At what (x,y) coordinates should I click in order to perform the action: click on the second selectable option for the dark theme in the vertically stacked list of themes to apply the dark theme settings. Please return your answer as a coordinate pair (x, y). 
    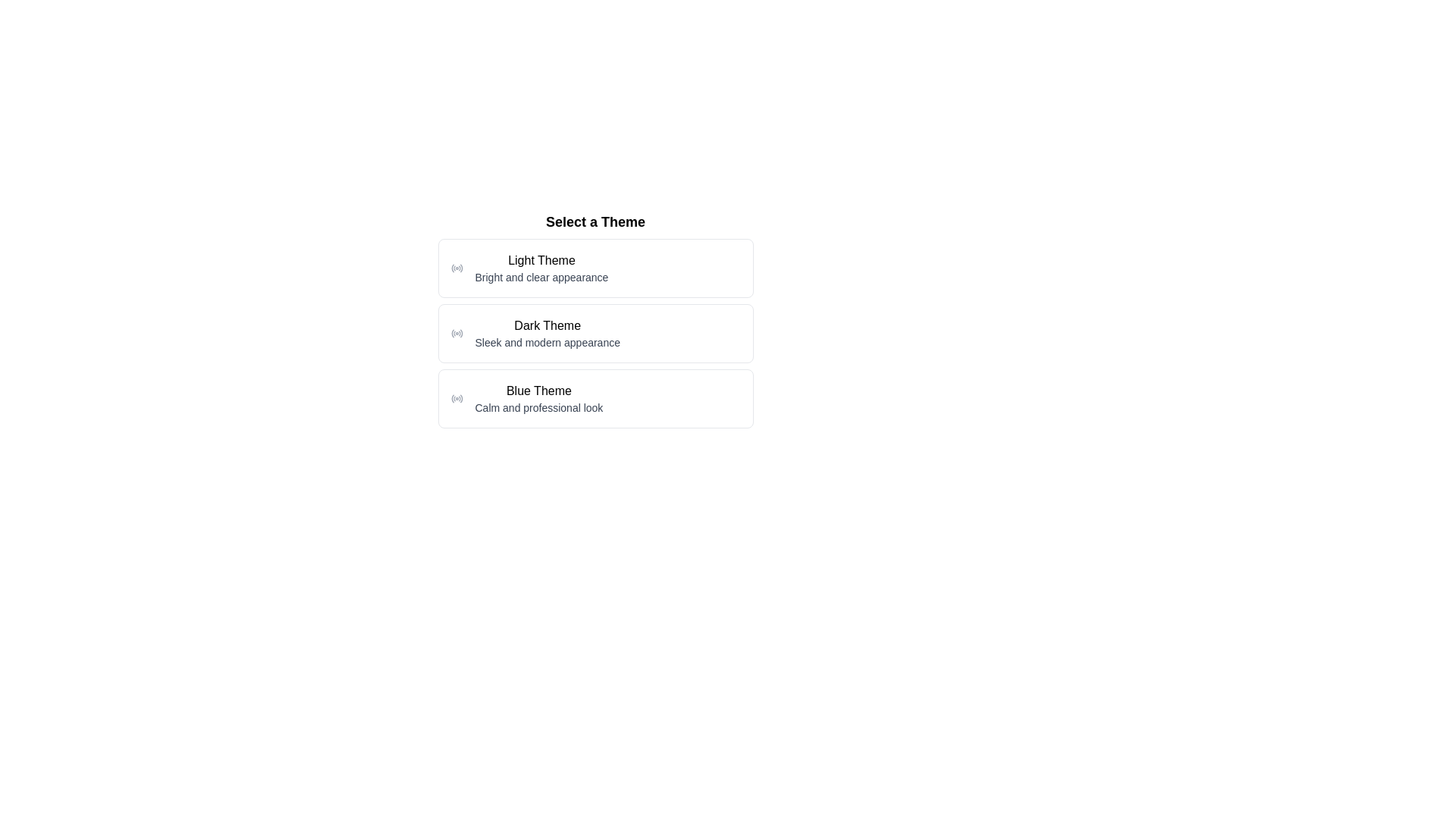
    Looking at the image, I should click on (595, 332).